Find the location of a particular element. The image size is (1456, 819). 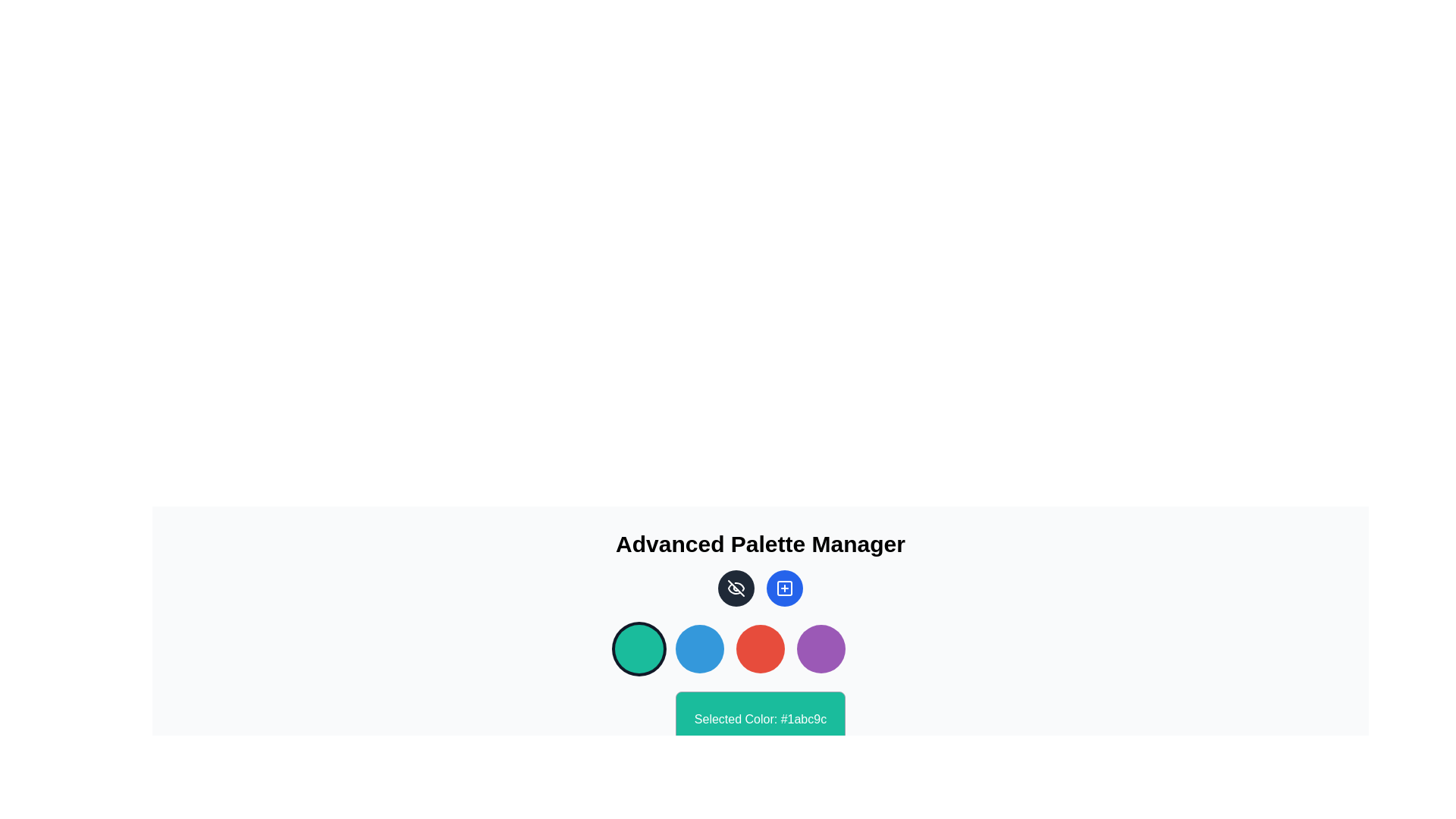

the leftmost Icon button in the horizontal group above the row of colored circles is located at coordinates (736, 587).